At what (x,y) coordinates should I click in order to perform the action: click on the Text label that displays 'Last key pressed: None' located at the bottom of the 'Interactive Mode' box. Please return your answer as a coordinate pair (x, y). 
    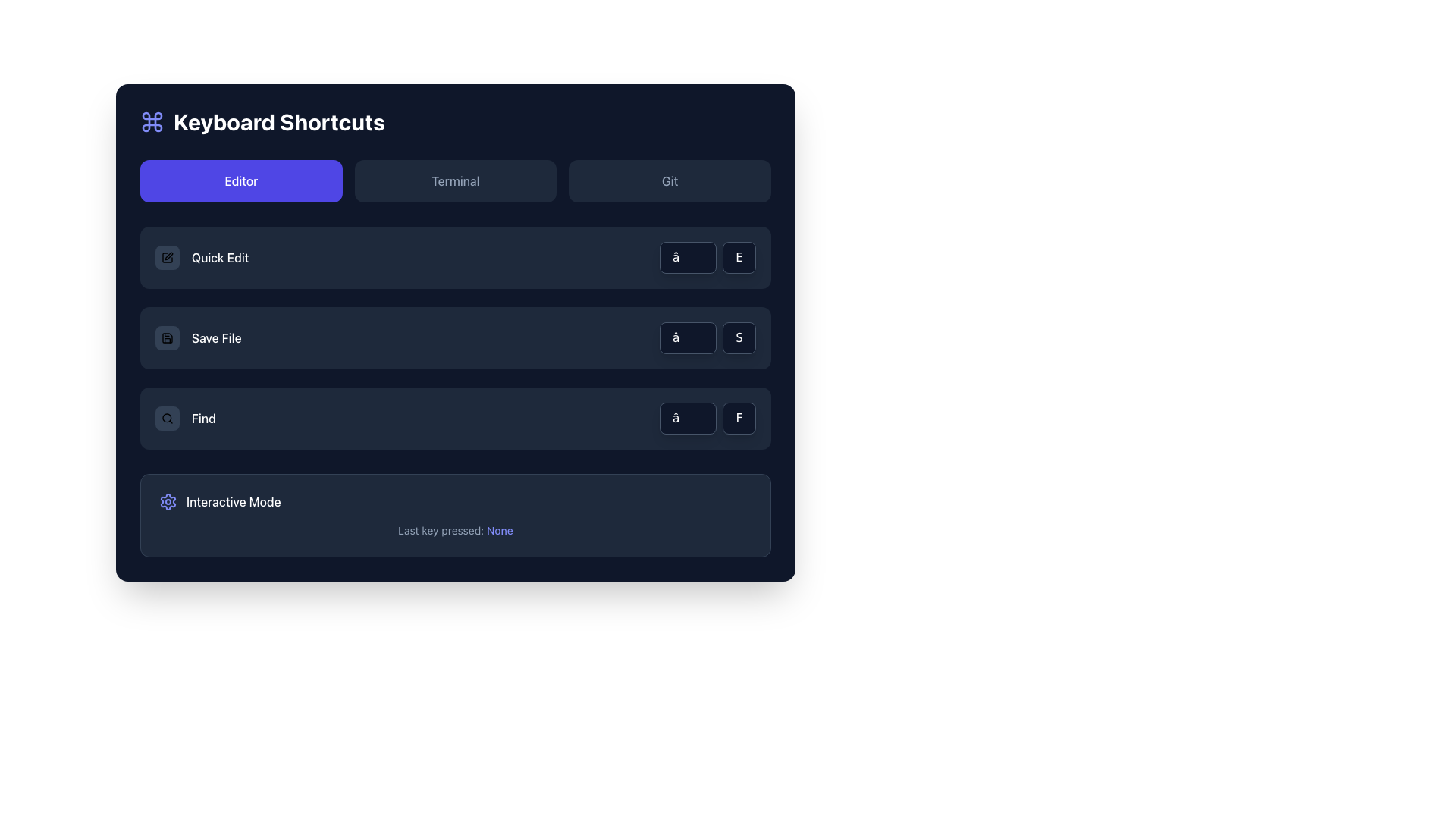
    Looking at the image, I should click on (454, 529).